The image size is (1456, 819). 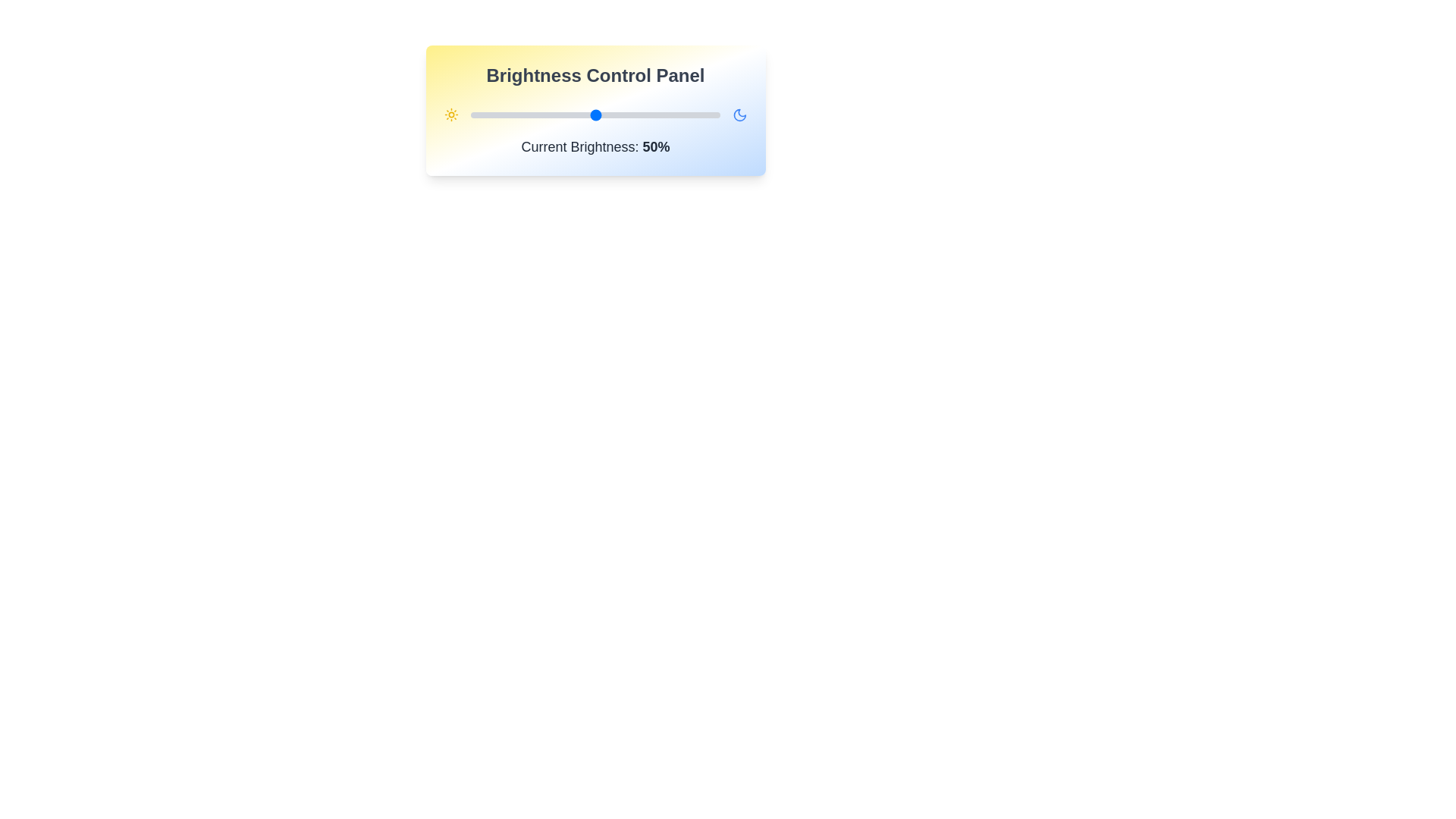 I want to click on the informational text label that displays the current brightness level percentage, located at the bottom of the brightness control panel, so click(x=595, y=146).